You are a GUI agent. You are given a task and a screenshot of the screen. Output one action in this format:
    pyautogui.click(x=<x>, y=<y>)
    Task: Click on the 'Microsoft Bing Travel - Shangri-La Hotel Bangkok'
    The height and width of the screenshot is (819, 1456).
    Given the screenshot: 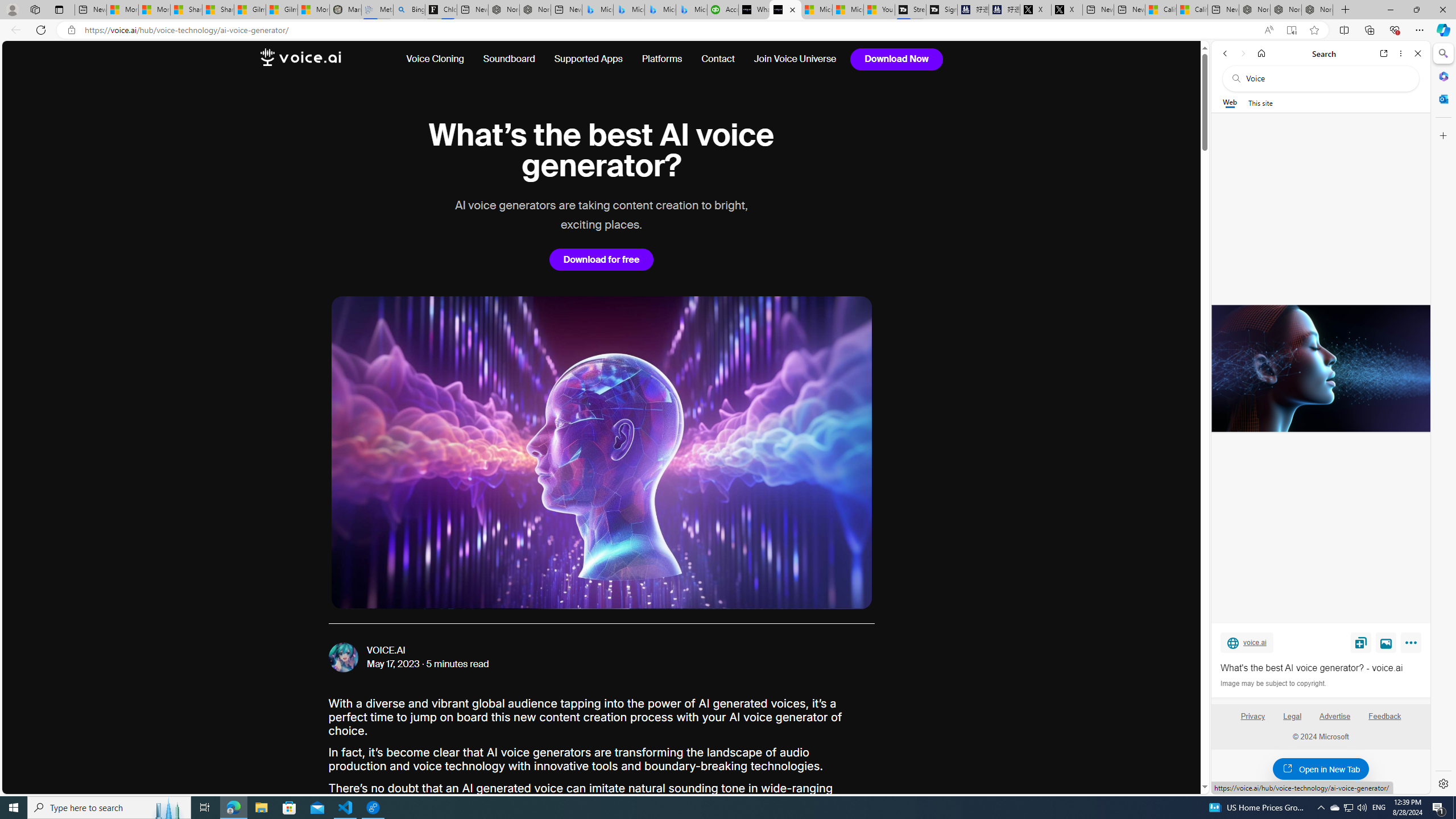 What is the action you would take?
    pyautogui.click(x=691, y=9)
    